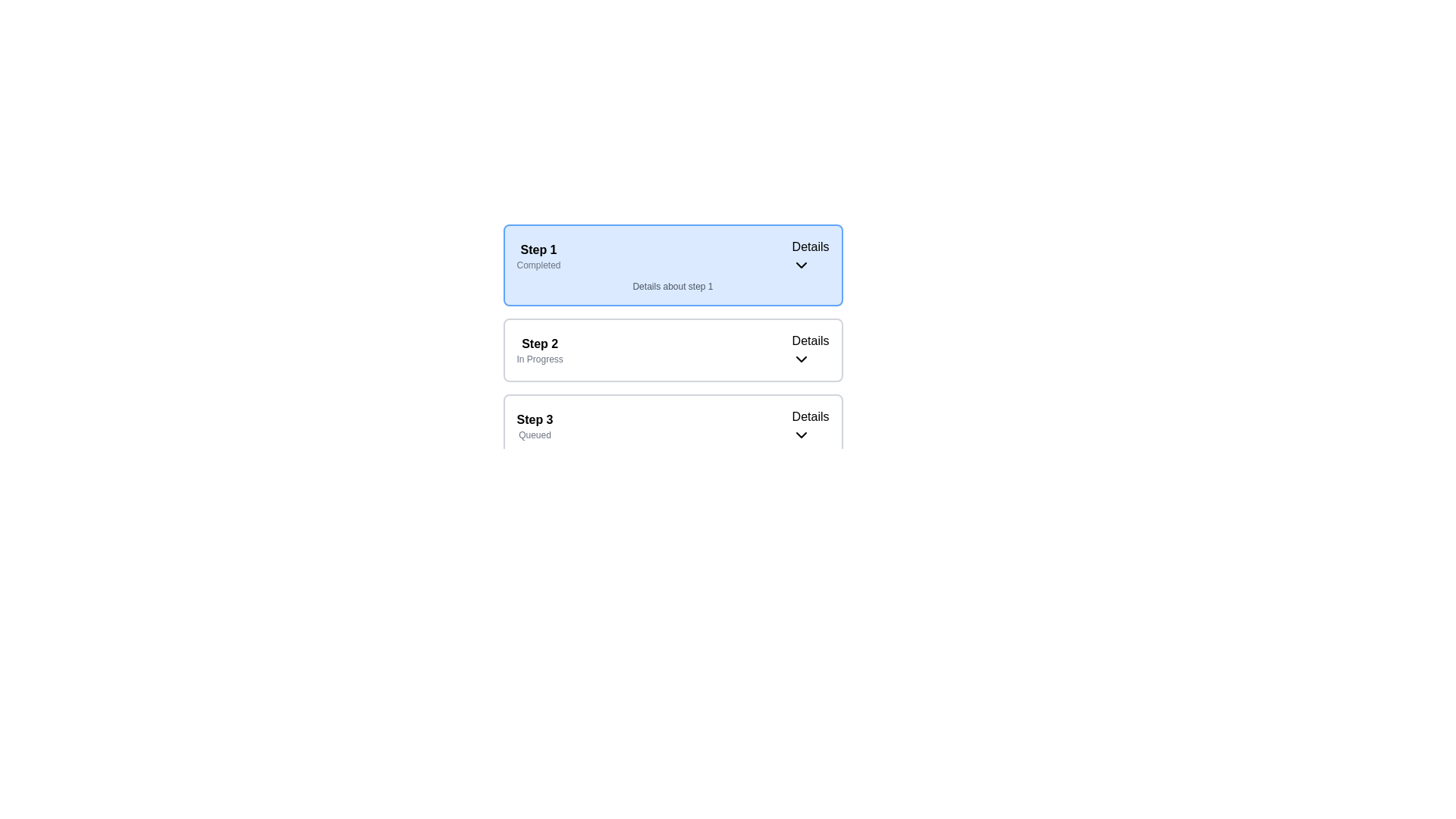 The height and width of the screenshot is (819, 1456). I want to click on the interactive card representing Step 3 ('Queued'), so click(672, 426).